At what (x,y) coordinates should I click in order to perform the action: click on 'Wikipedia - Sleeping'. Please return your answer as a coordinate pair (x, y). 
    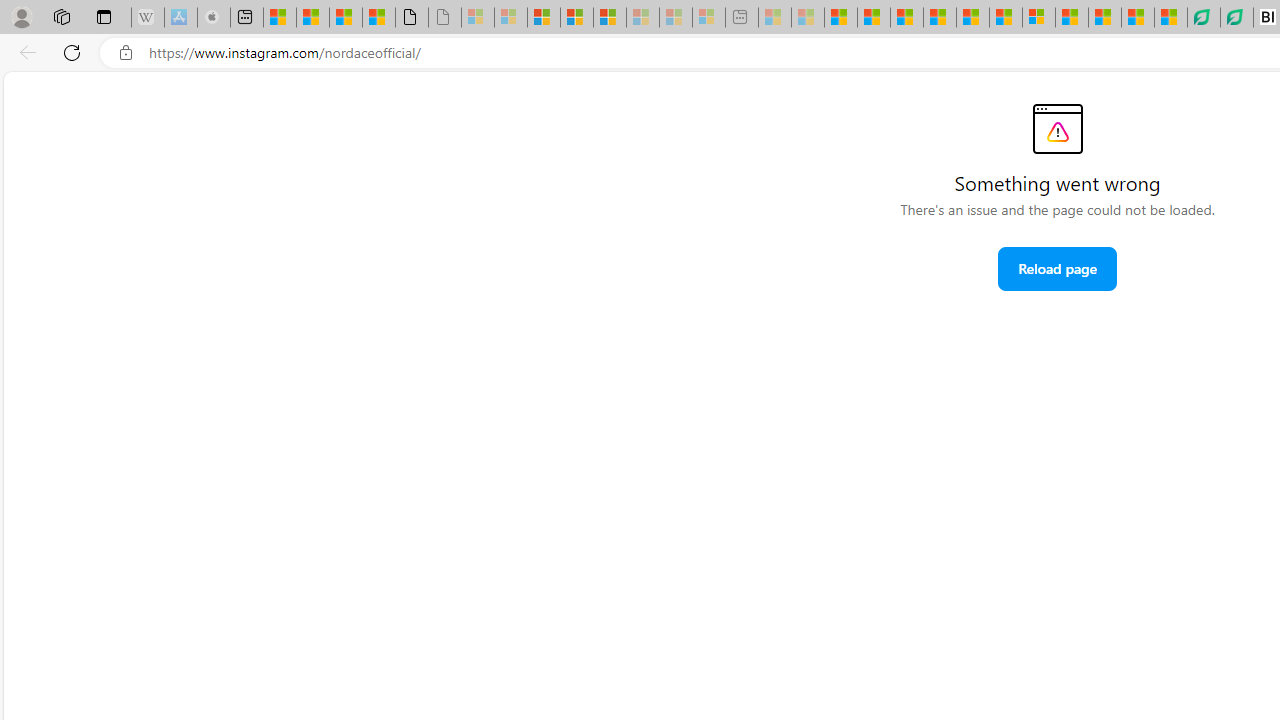
    Looking at the image, I should click on (146, 17).